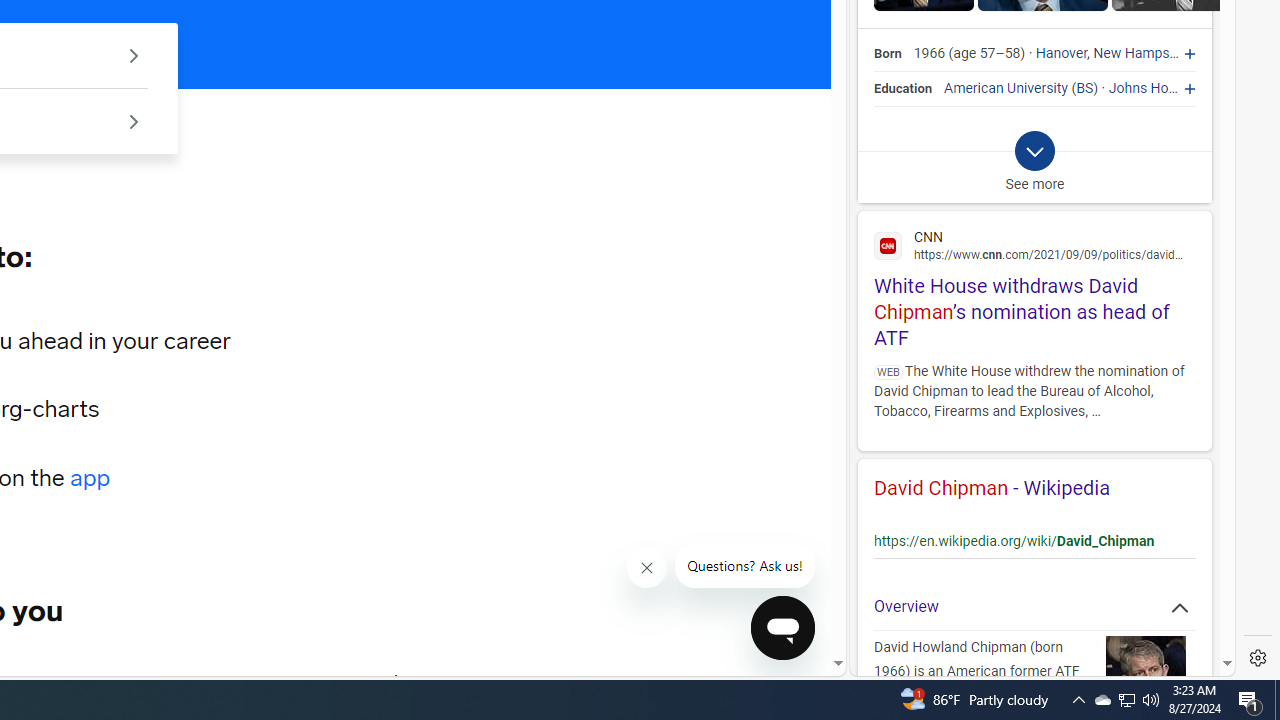  I want to click on 'Class: sc-1k07fow-1 cbnSms', so click(781, 626).